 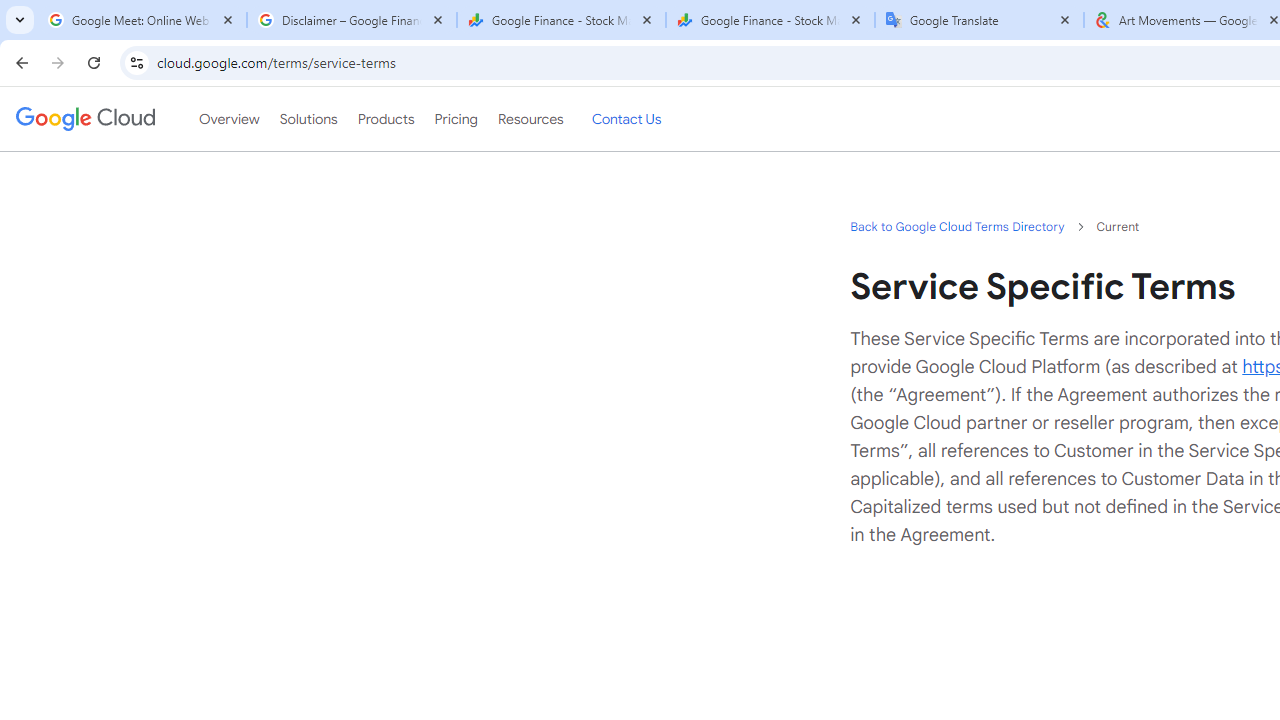 I want to click on 'Products', so click(x=385, y=119).